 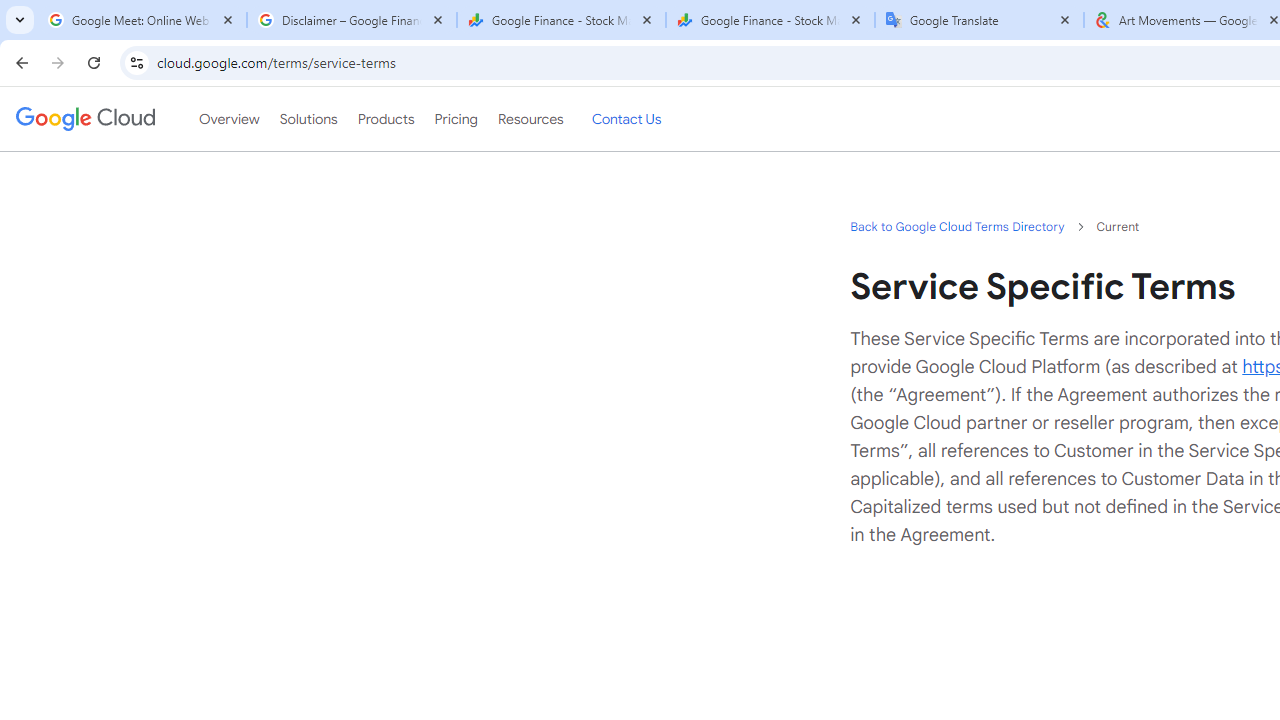 I want to click on 'Products', so click(x=385, y=119).